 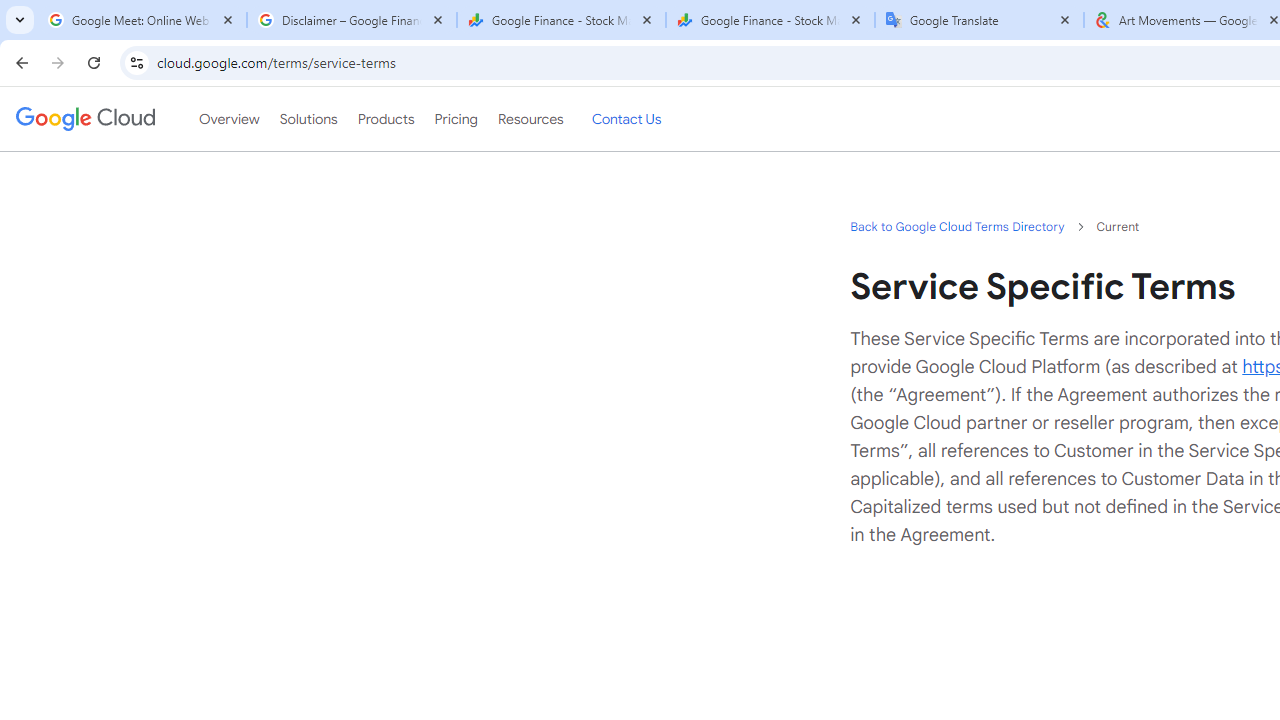 I want to click on 'Products', so click(x=385, y=119).